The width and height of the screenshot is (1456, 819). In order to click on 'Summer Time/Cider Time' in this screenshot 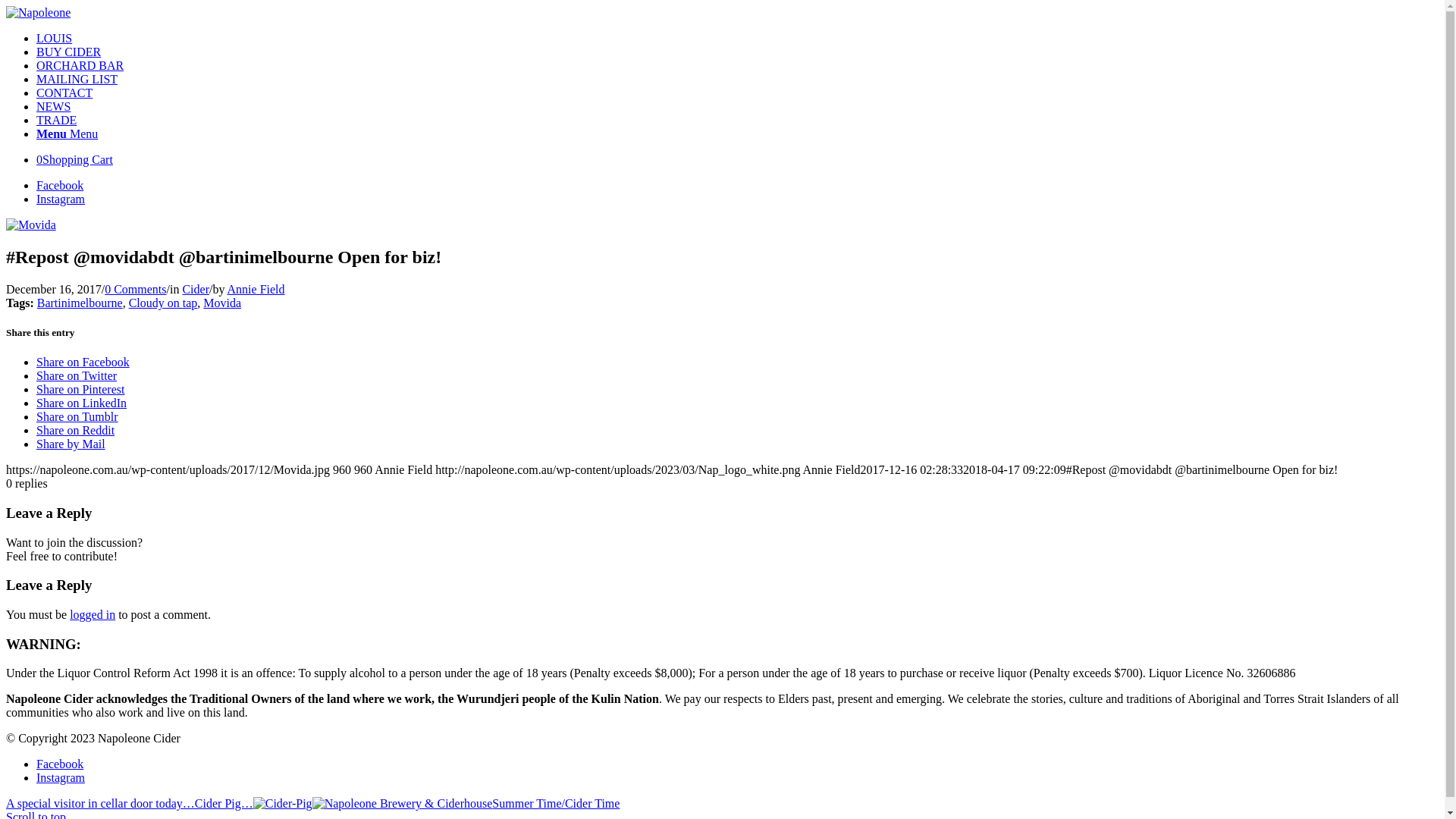, I will do `click(465, 802)`.